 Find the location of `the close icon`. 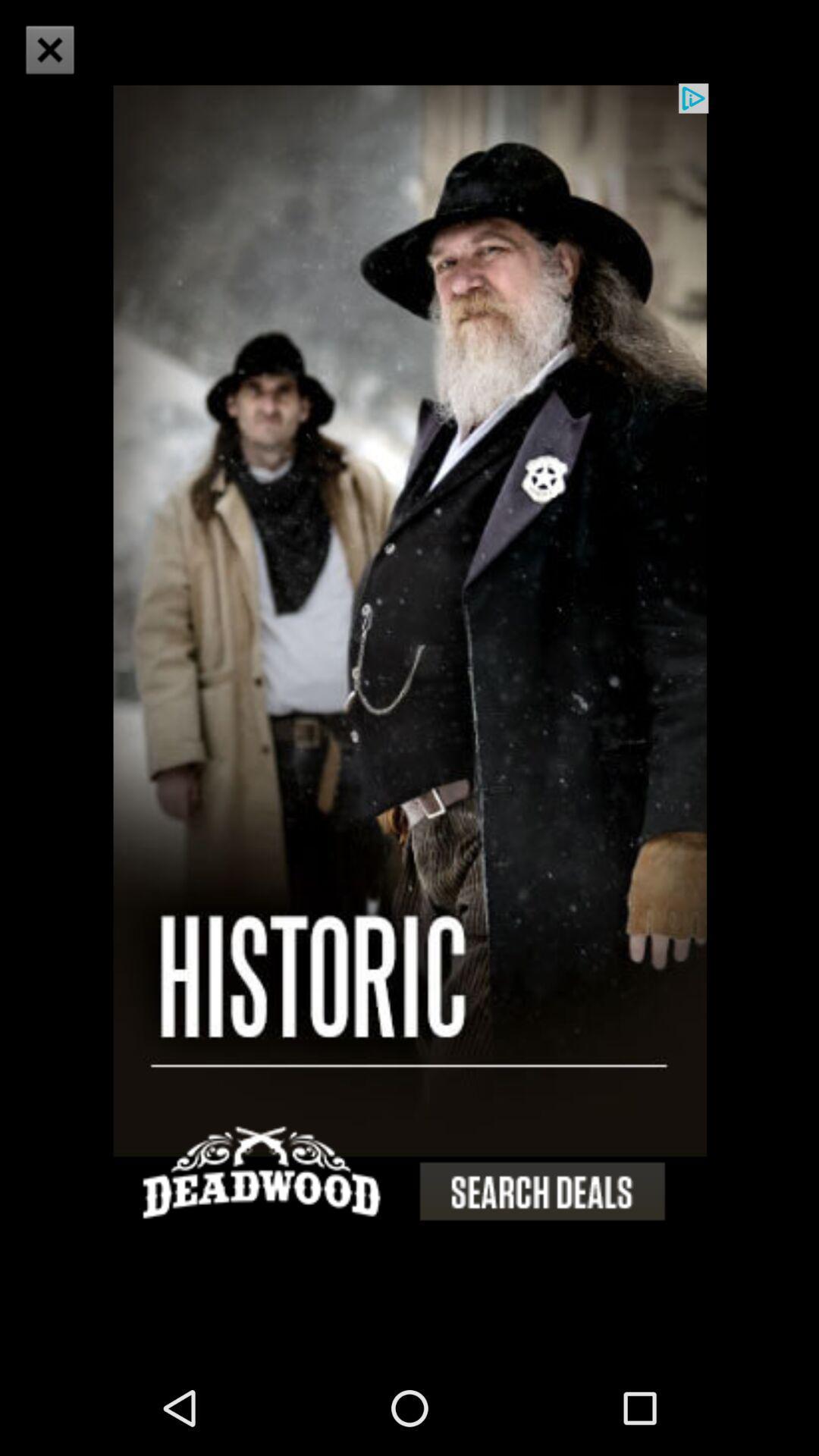

the close icon is located at coordinates (49, 53).